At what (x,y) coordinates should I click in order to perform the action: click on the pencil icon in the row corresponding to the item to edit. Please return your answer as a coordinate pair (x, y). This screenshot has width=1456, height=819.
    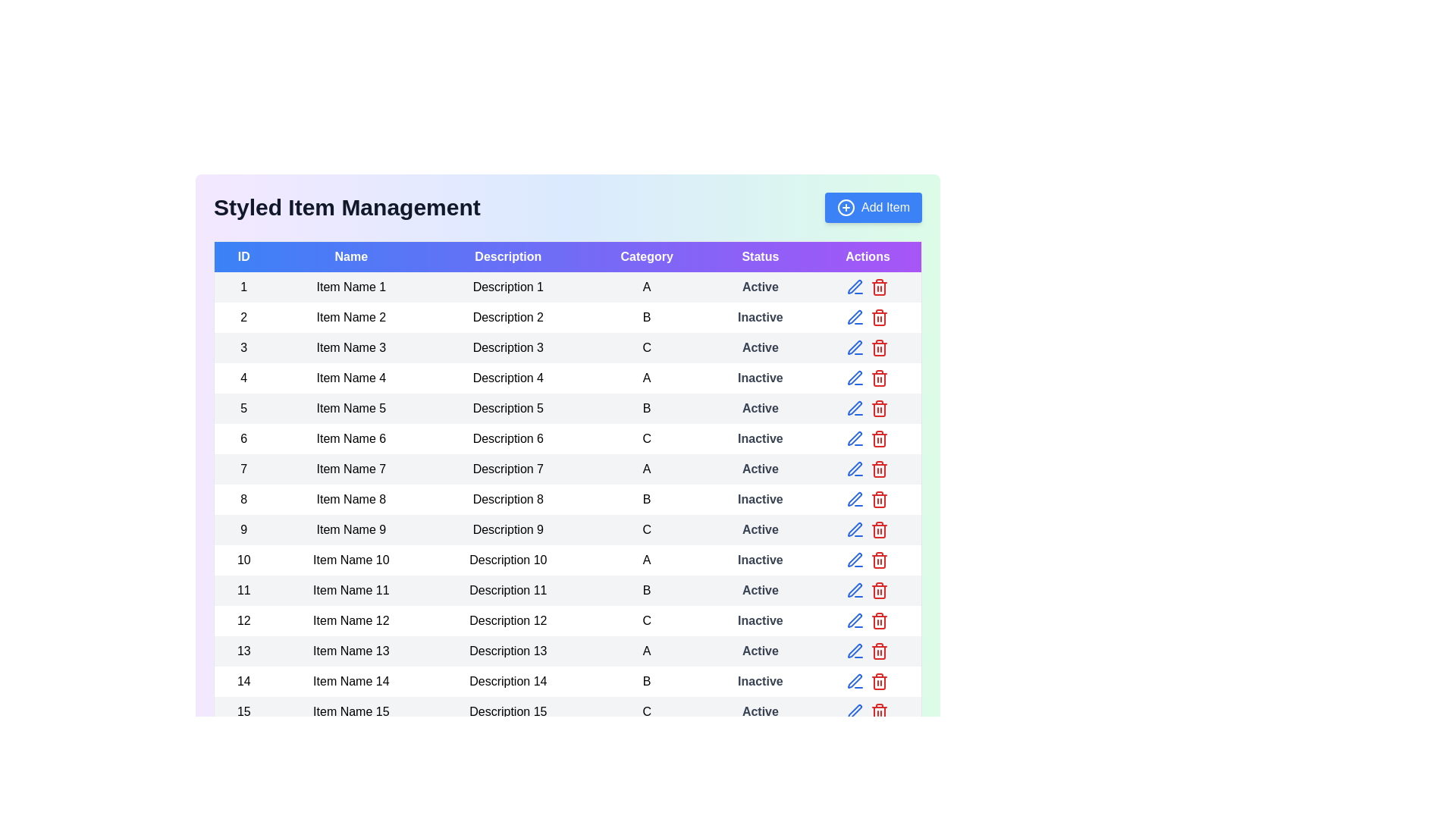
    Looking at the image, I should click on (855, 287).